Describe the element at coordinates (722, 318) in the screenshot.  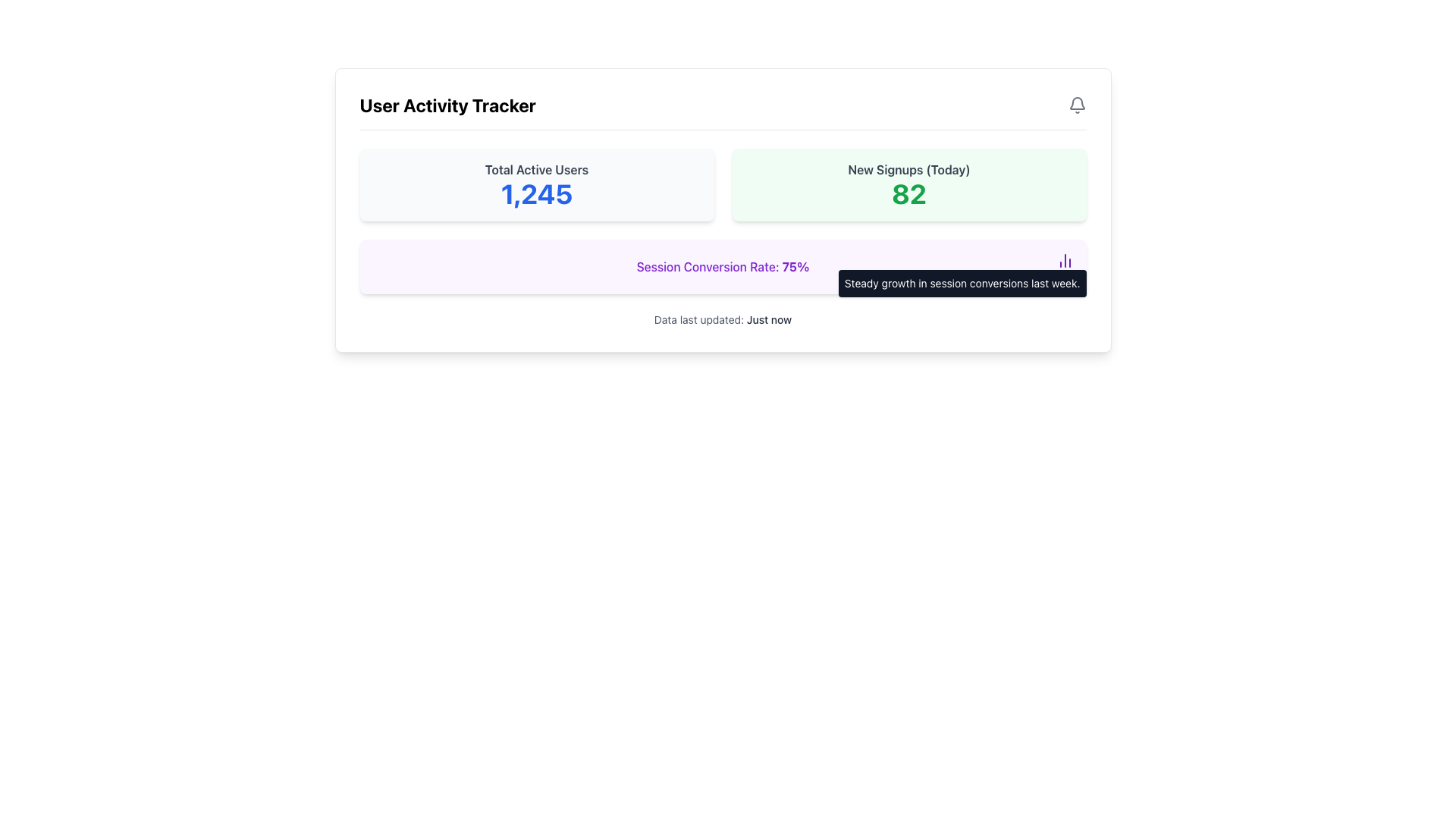
I see `the text label located at the bottom of the 'User Activity Tracker' section, which indicates the recency of the displayed data` at that location.